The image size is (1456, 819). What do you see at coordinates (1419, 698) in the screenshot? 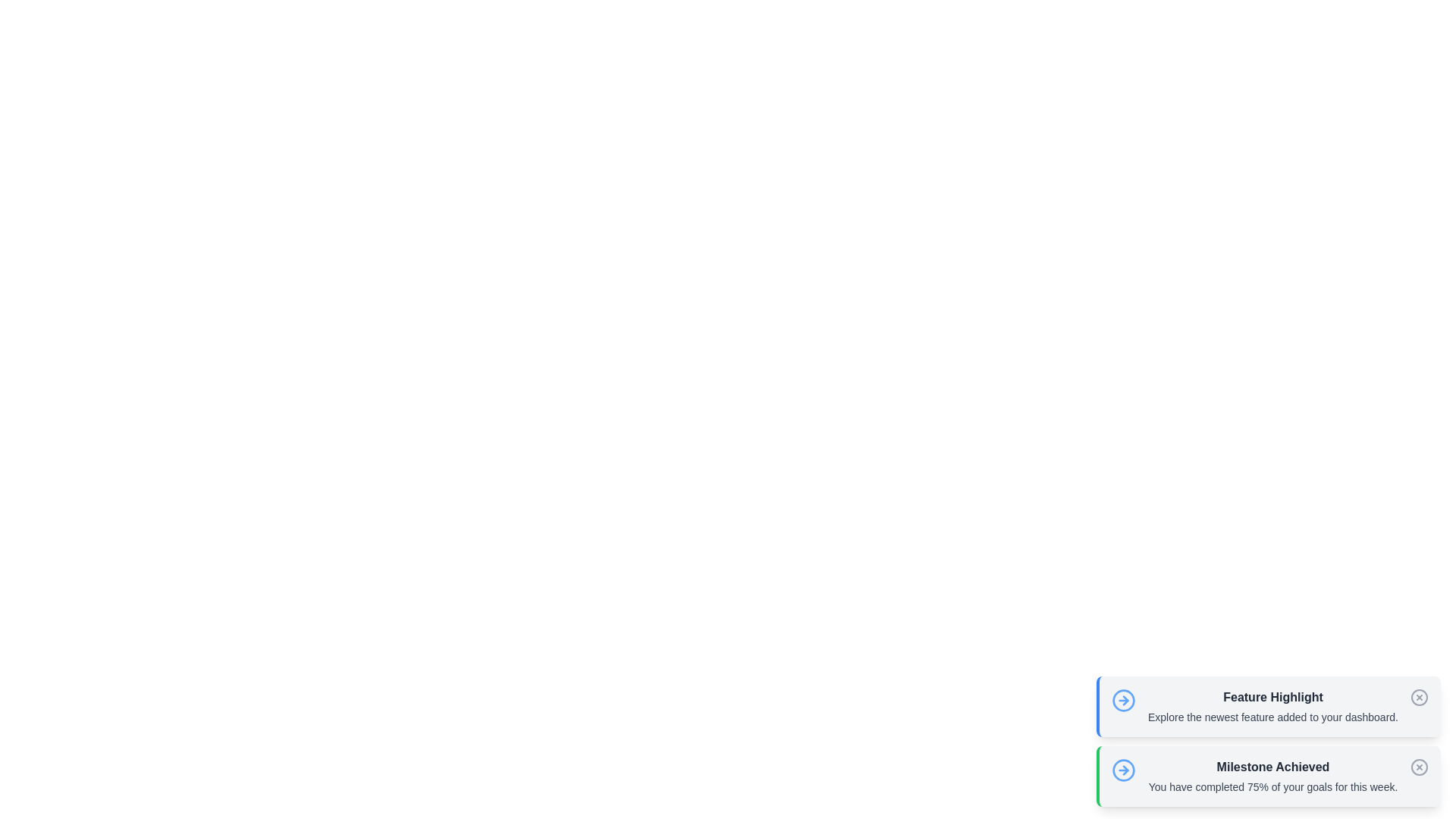
I see `the close button of the notification to dismiss it` at bounding box center [1419, 698].